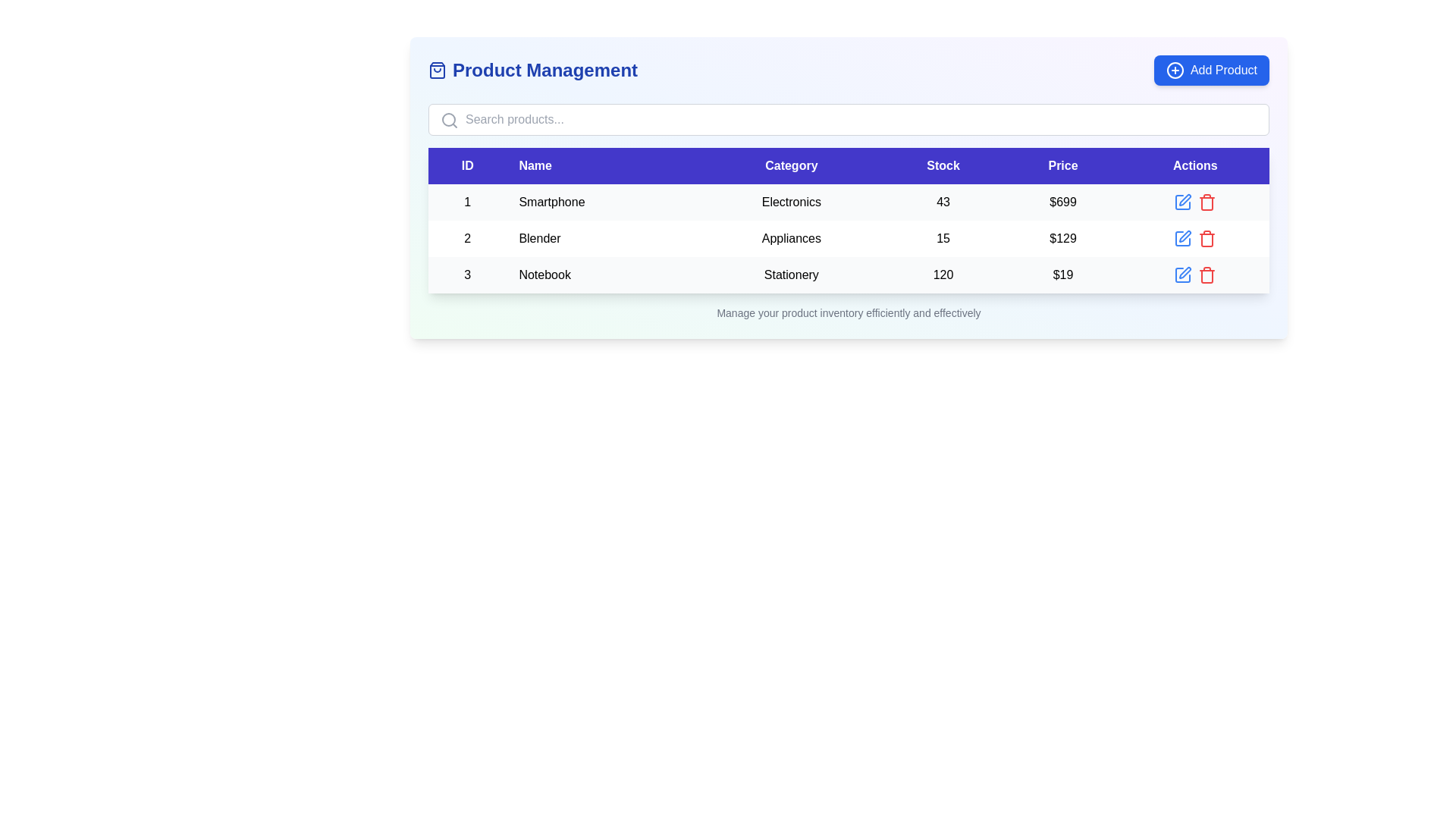 The image size is (1456, 819). I want to click on the delete icon button, so click(1207, 239).